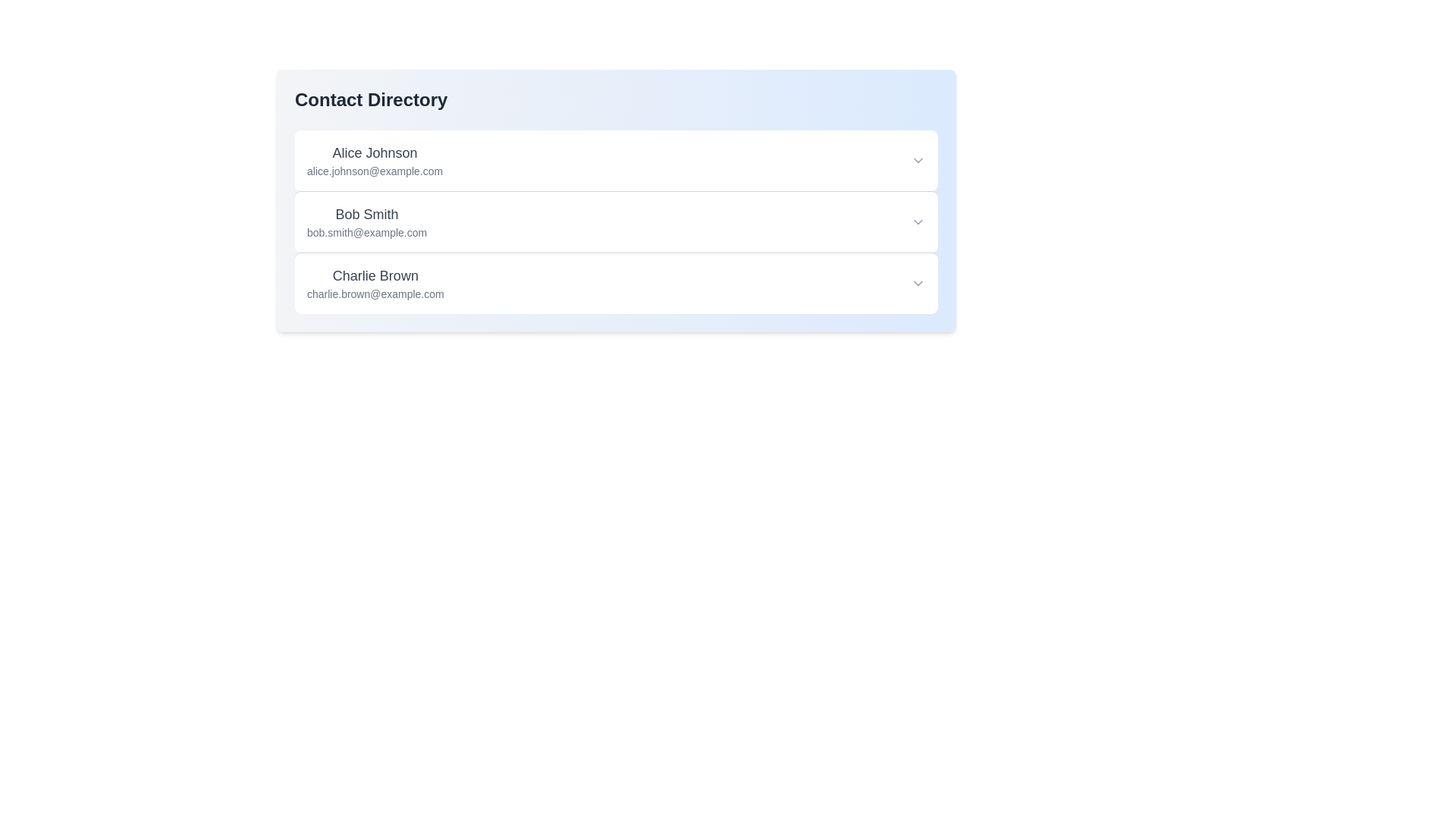 Image resolution: width=1456 pixels, height=819 pixels. What do you see at coordinates (375, 171) in the screenshot?
I see `the email address 'alice.johnson@example.com' displayed in a smaller, muted gray font, located beneath the name 'Alice Johnson' in the contact directory` at bounding box center [375, 171].